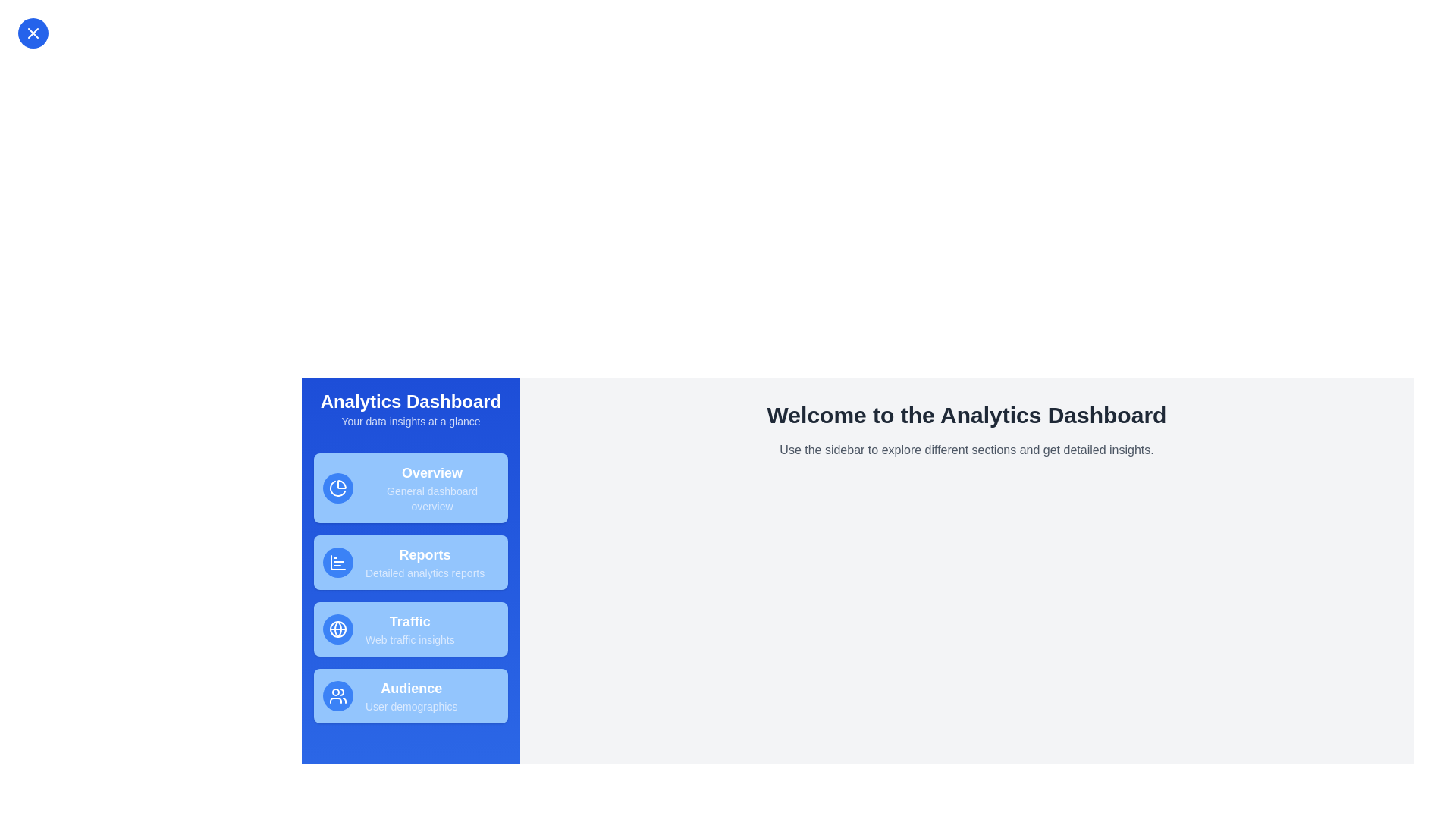 The height and width of the screenshot is (819, 1456). Describe the element at coordinates (411, 629) in the screenshot. I see `the navigation item labeled Traffic` at that location.